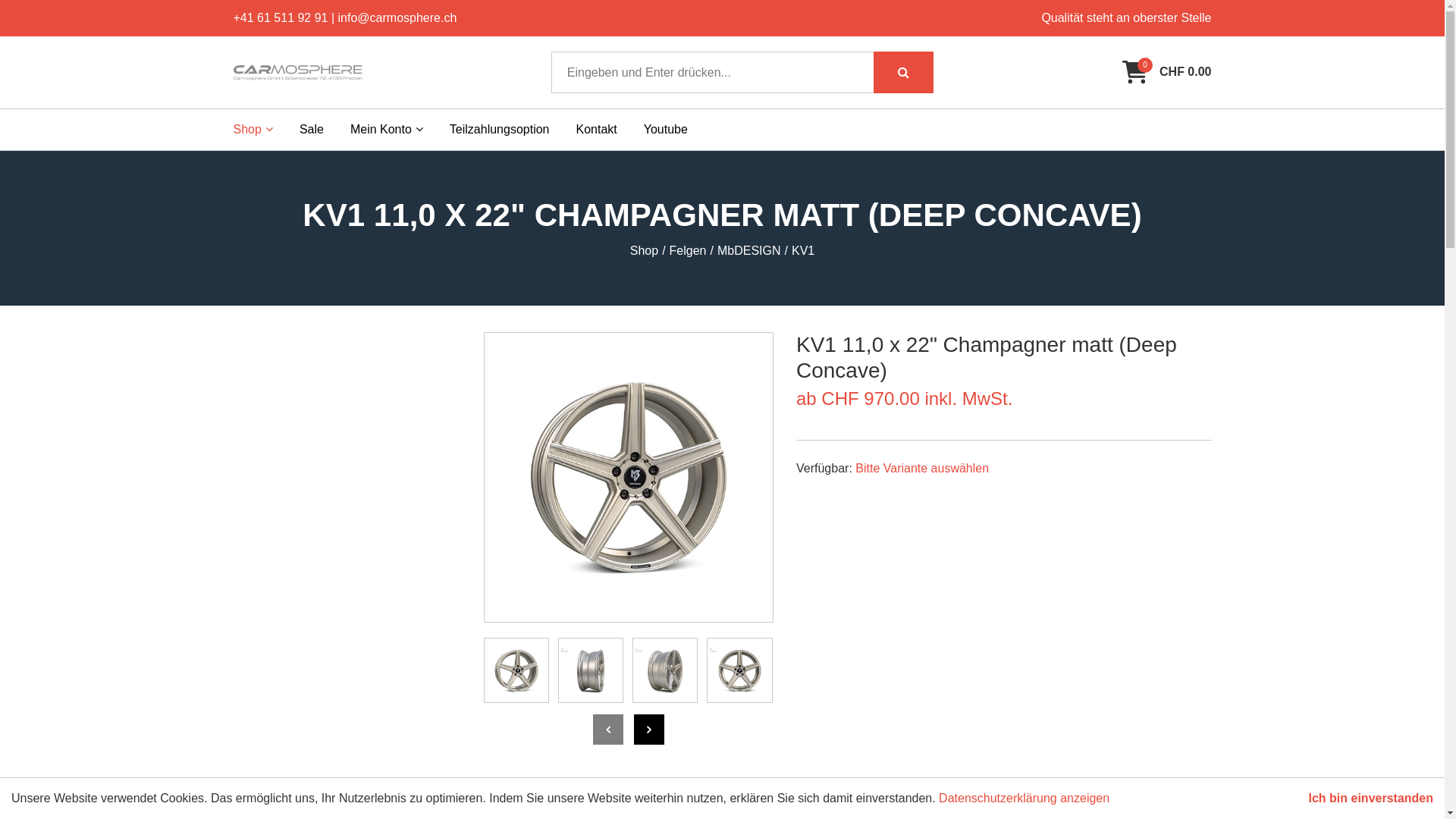 The height and width of the screenshot is (819, 1456). What do you see at coordinates (1135, 72) in the screenshot?
I see `'Warenkorb'` at bounding box center [1135, 72].